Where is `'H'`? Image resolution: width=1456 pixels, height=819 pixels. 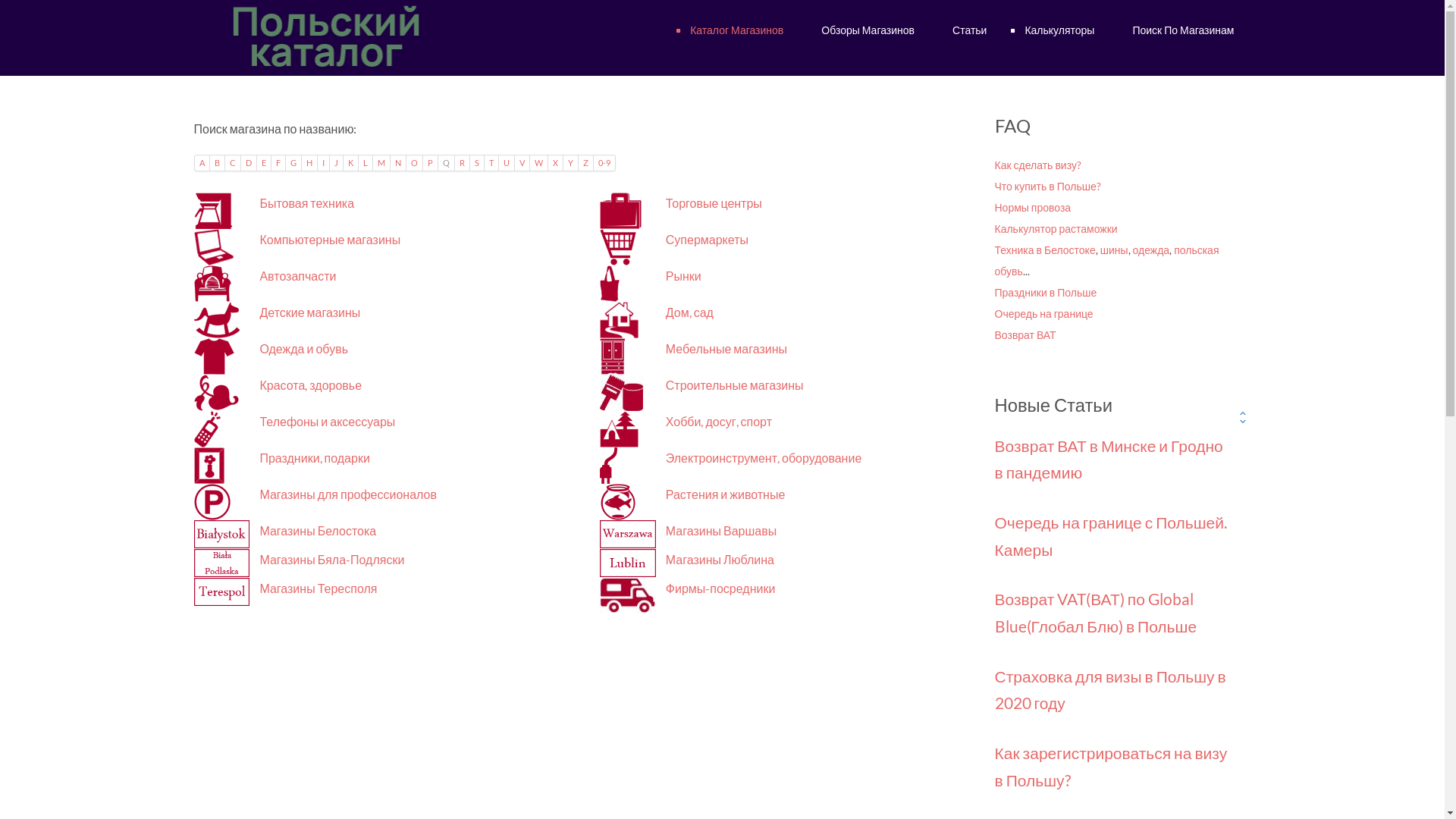
'H' is located at coordinates (309, 163).